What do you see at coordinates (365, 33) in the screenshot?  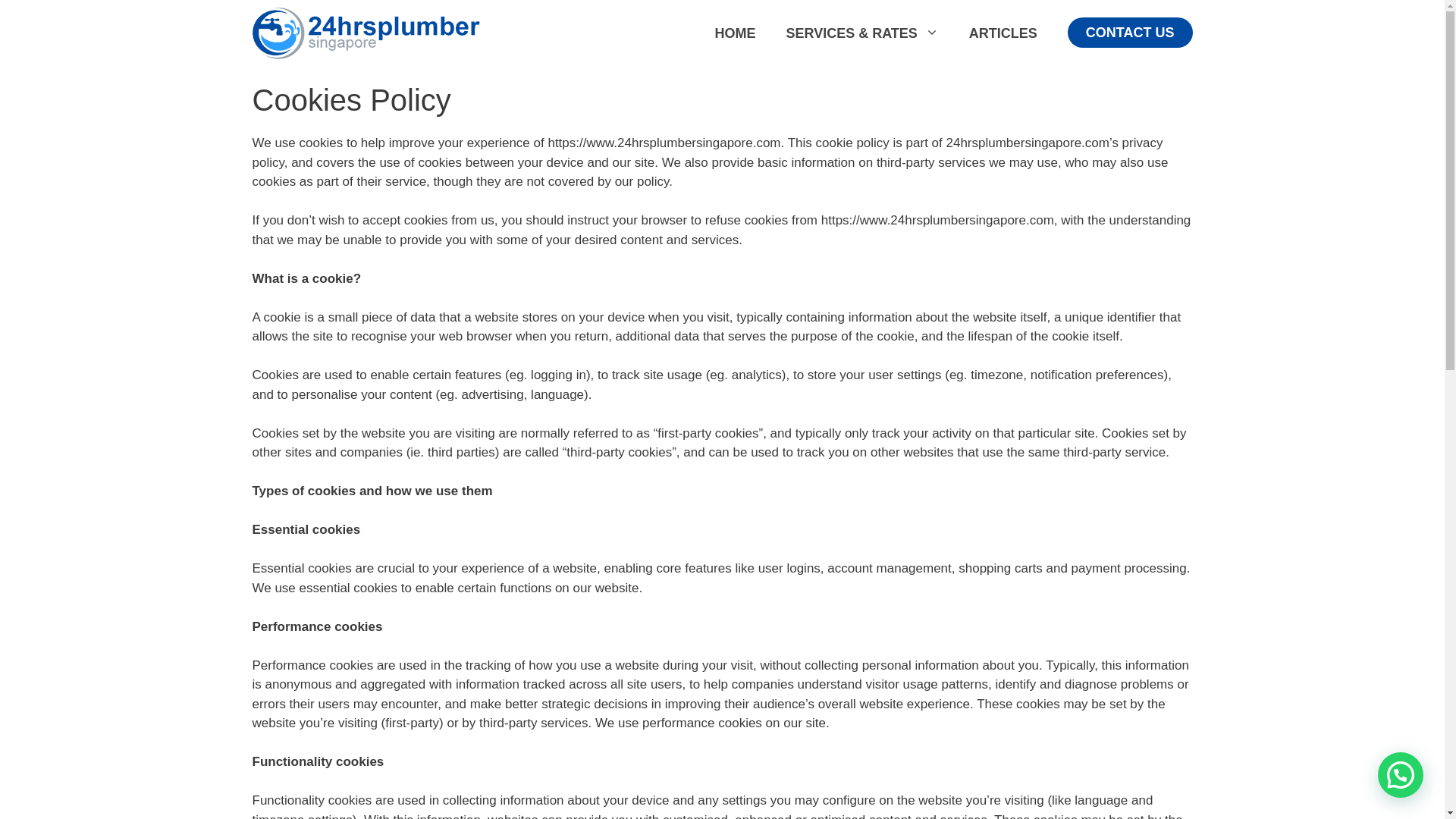 I see `'Experienced Plumber Services'` at bounding box center [365, 33].